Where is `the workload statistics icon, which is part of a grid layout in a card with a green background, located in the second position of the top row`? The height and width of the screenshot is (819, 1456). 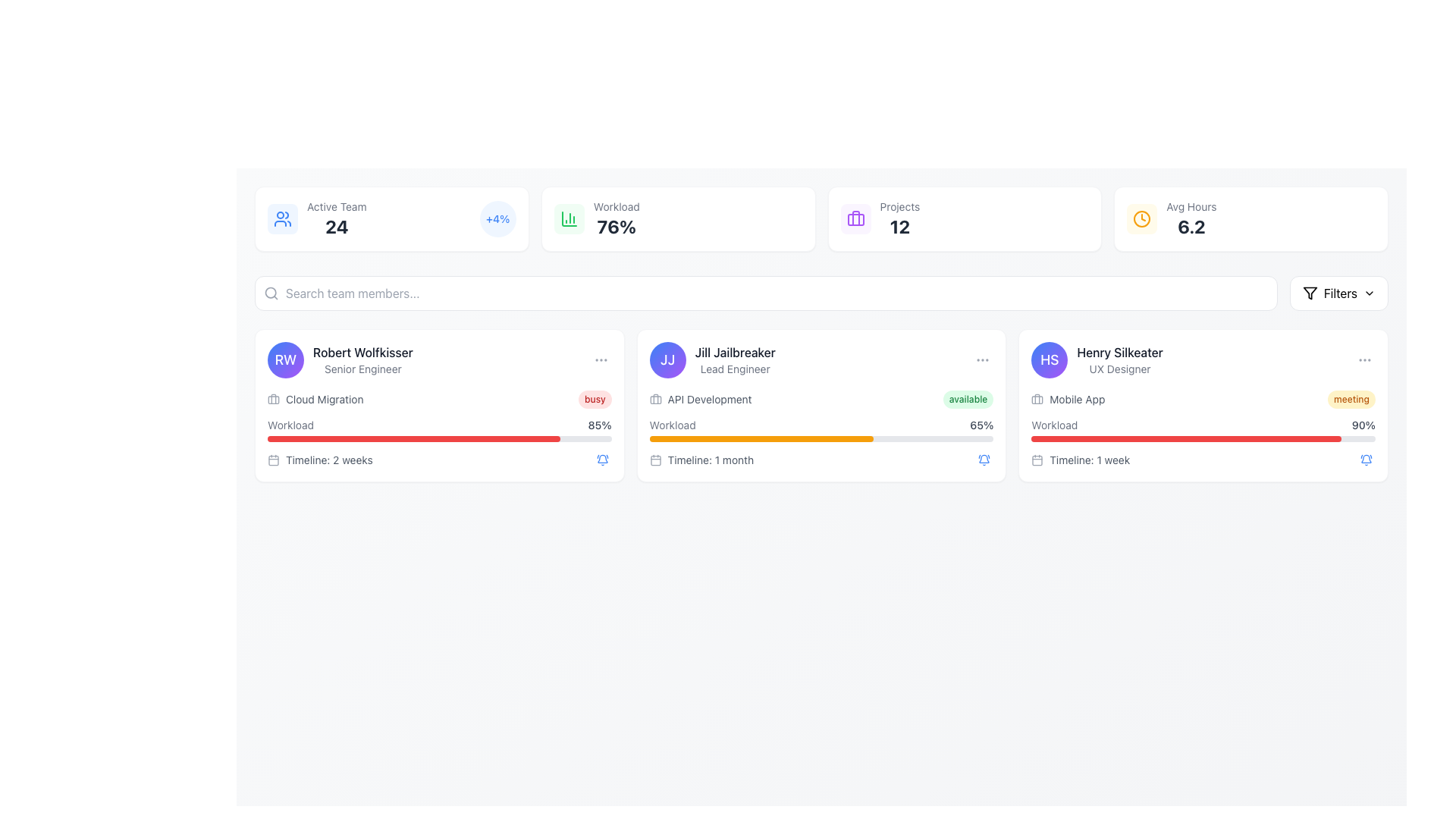
the workload statistics icon, which is part of a grid layout in a card with a green background, located in the second position of the top row is located at coordinates (568, 219).